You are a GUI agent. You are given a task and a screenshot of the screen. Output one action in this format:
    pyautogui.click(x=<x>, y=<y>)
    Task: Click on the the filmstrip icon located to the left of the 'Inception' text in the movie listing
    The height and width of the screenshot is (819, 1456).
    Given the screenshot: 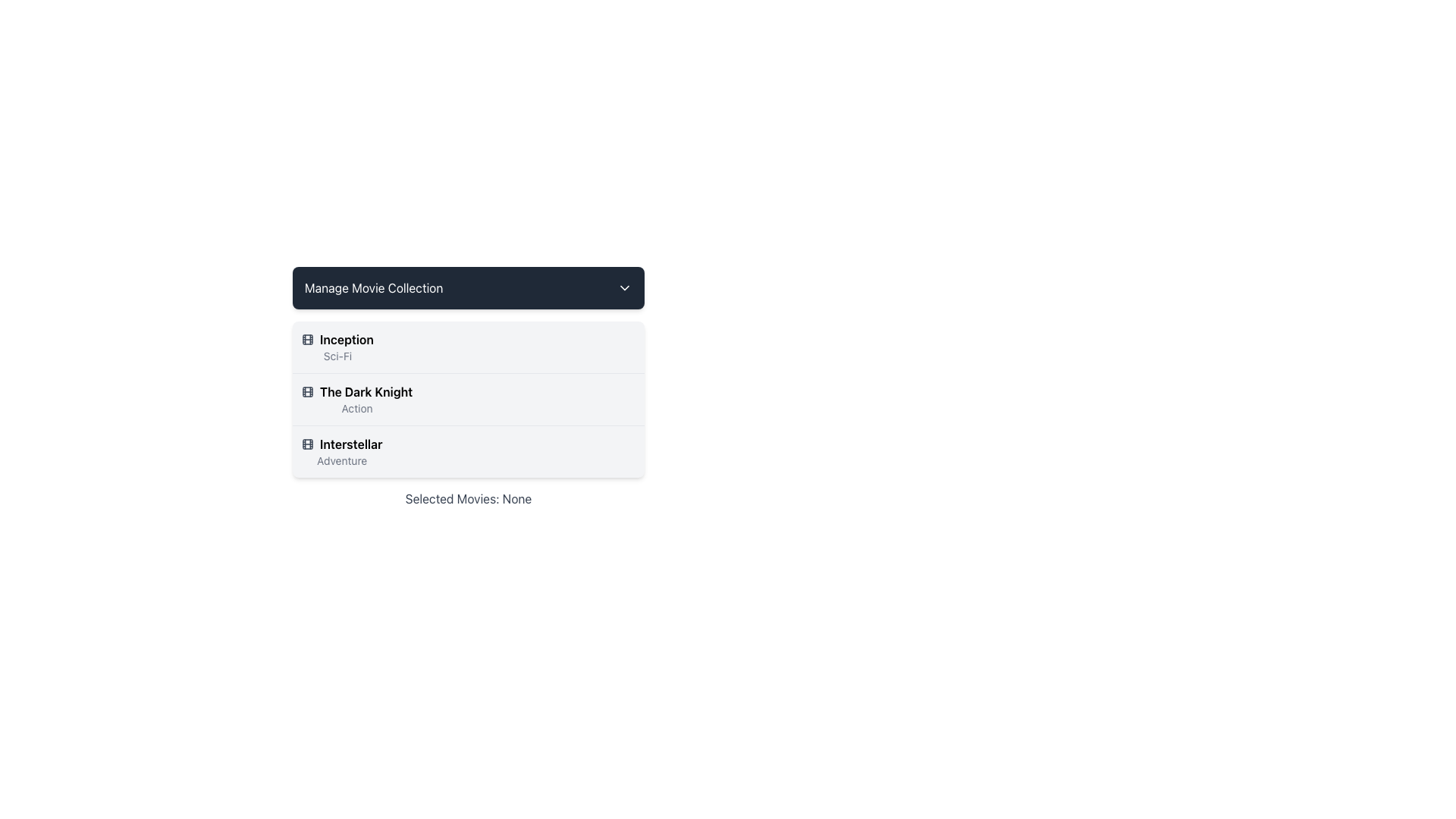 What is the action you would take?
    pyautogui.click(x=307, y=338)
    